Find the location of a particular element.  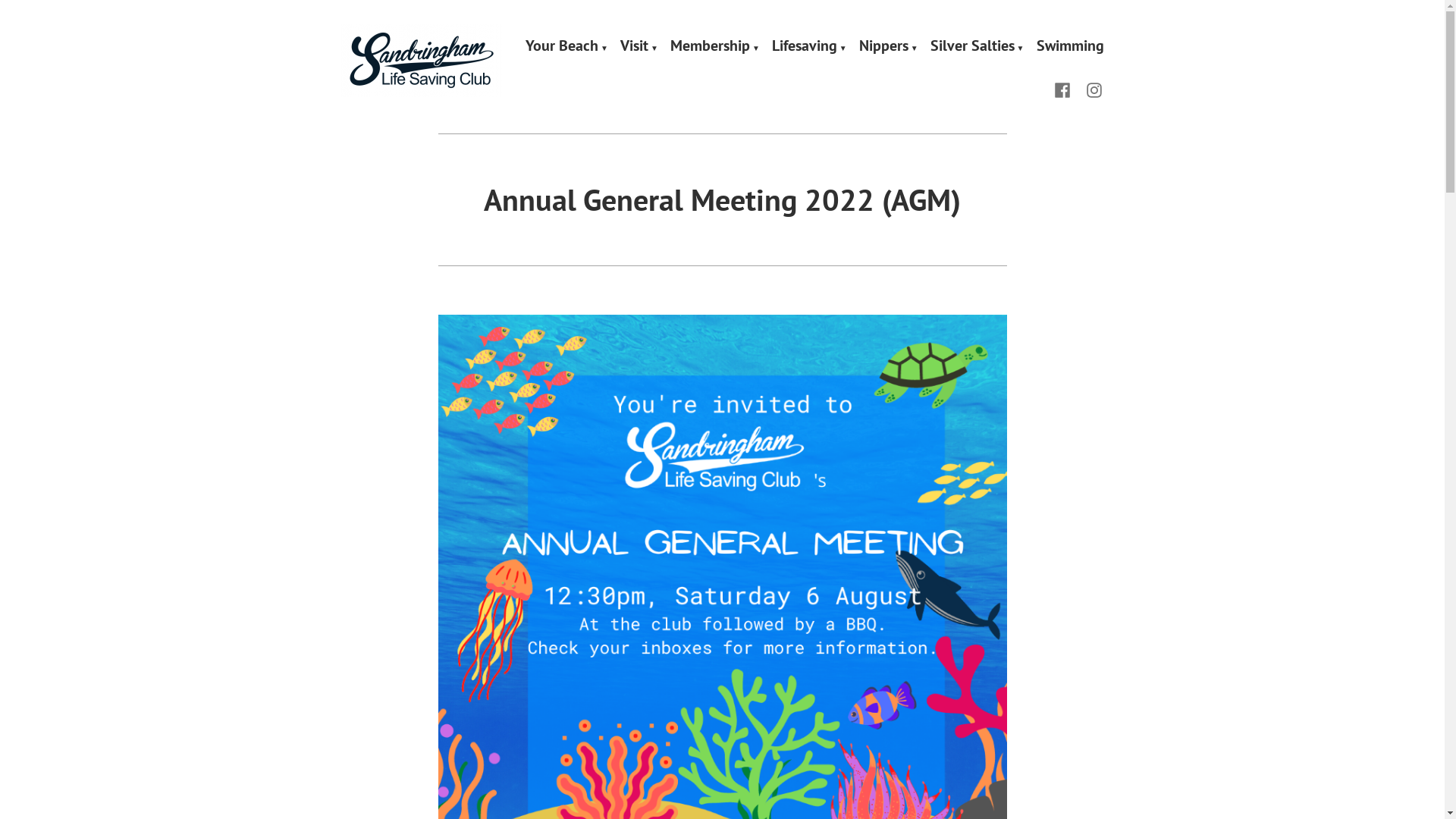

'Your Beach' is located at coordinates (525, 45).